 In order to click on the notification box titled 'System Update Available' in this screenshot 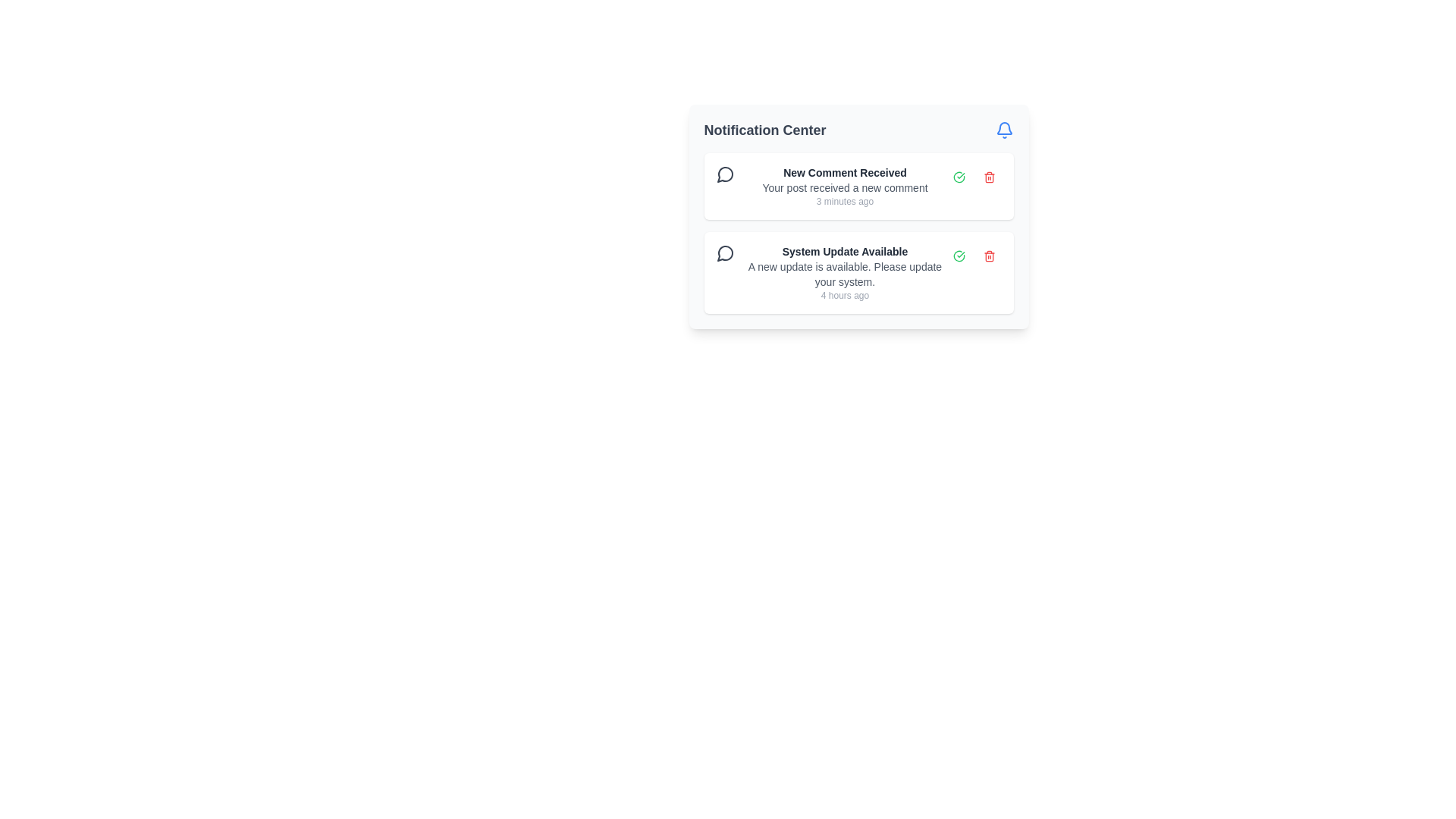, I will do `click(858, 234)`.